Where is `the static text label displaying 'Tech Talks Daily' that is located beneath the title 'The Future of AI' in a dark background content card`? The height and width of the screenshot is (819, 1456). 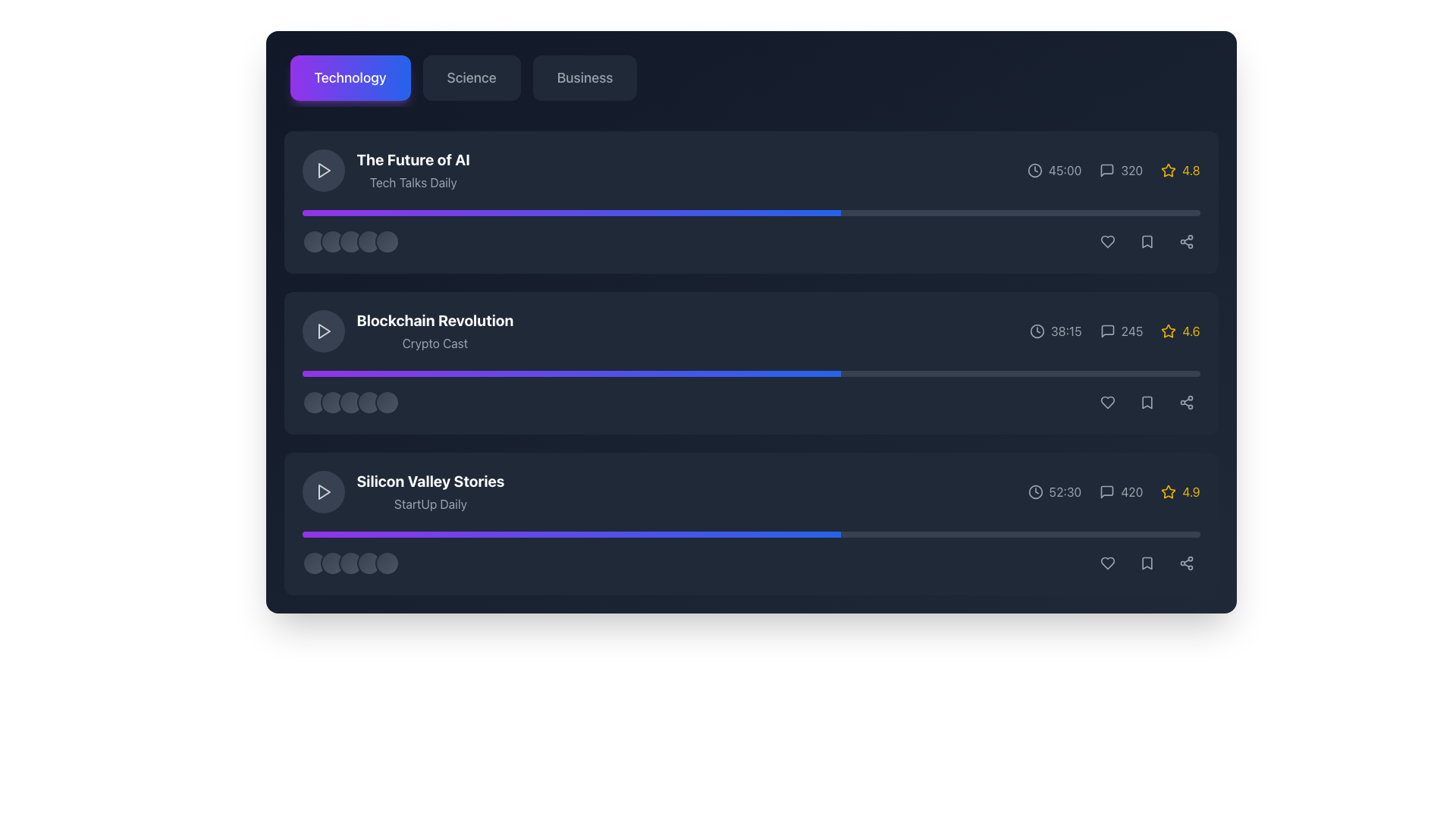 the static text label displaying 'Tech Talks Daily' that is located beneath the title 'The Future of AI' in a dark background content card is located at coordinates (413, 181).